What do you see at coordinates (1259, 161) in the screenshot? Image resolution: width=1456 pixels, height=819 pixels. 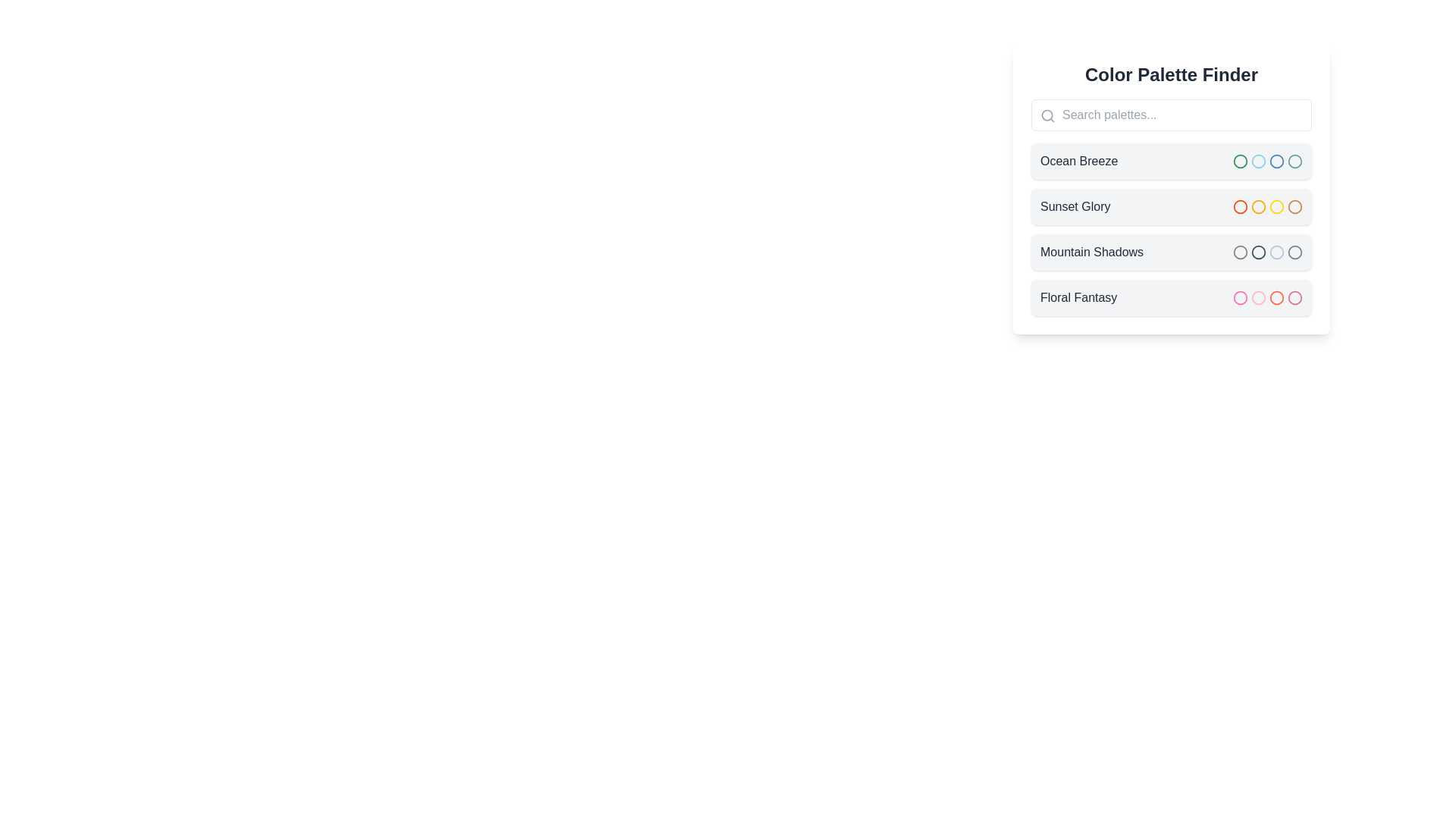 I see `the second circular icon styled in light blue color associated with the 'Ocean Breeze' palette, located between the green and dark blue circles` at bounding box center [1259, 161].